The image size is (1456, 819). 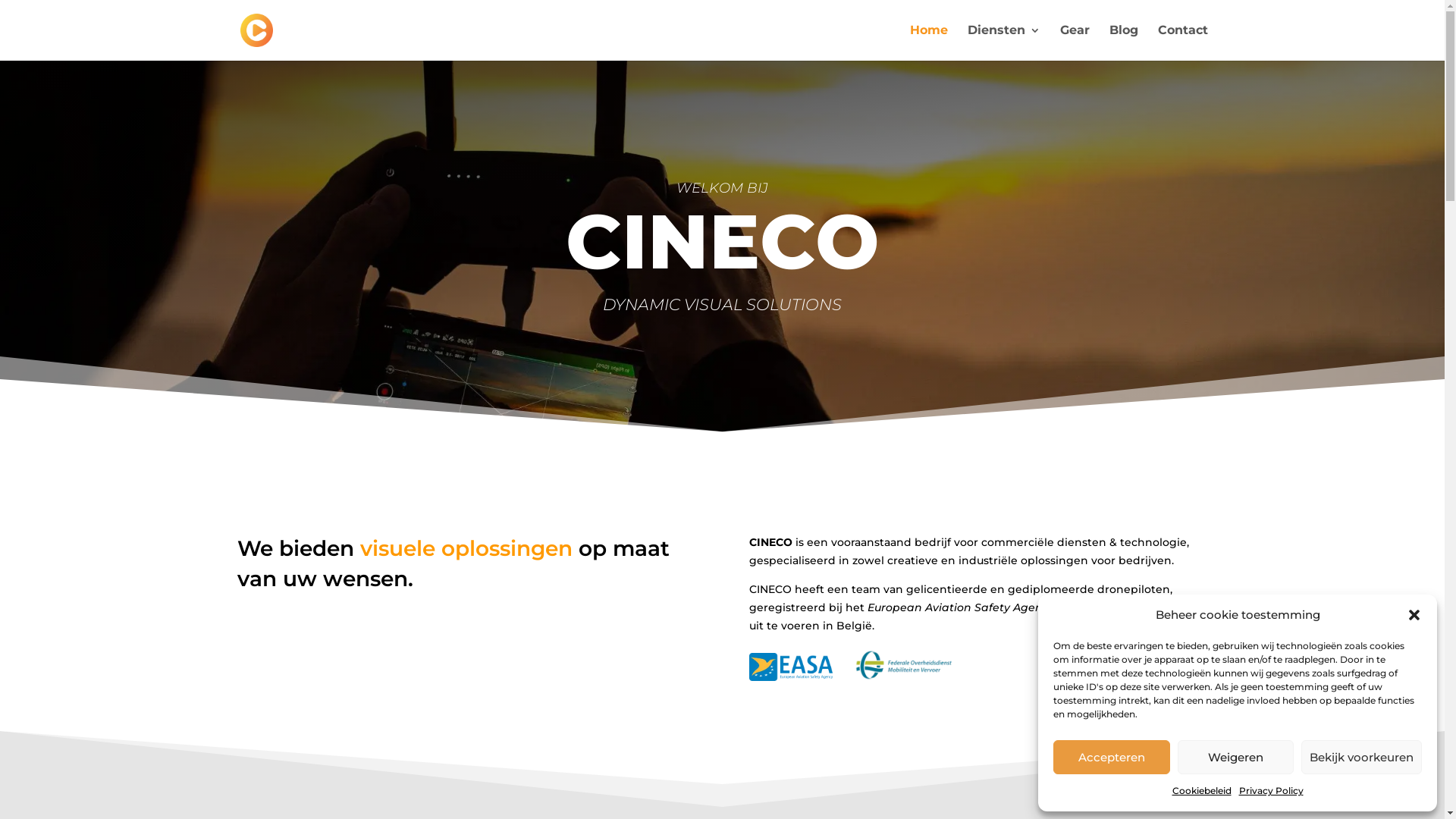 I want to click on 'Privacy Policy', so click(x=1238, y=789).